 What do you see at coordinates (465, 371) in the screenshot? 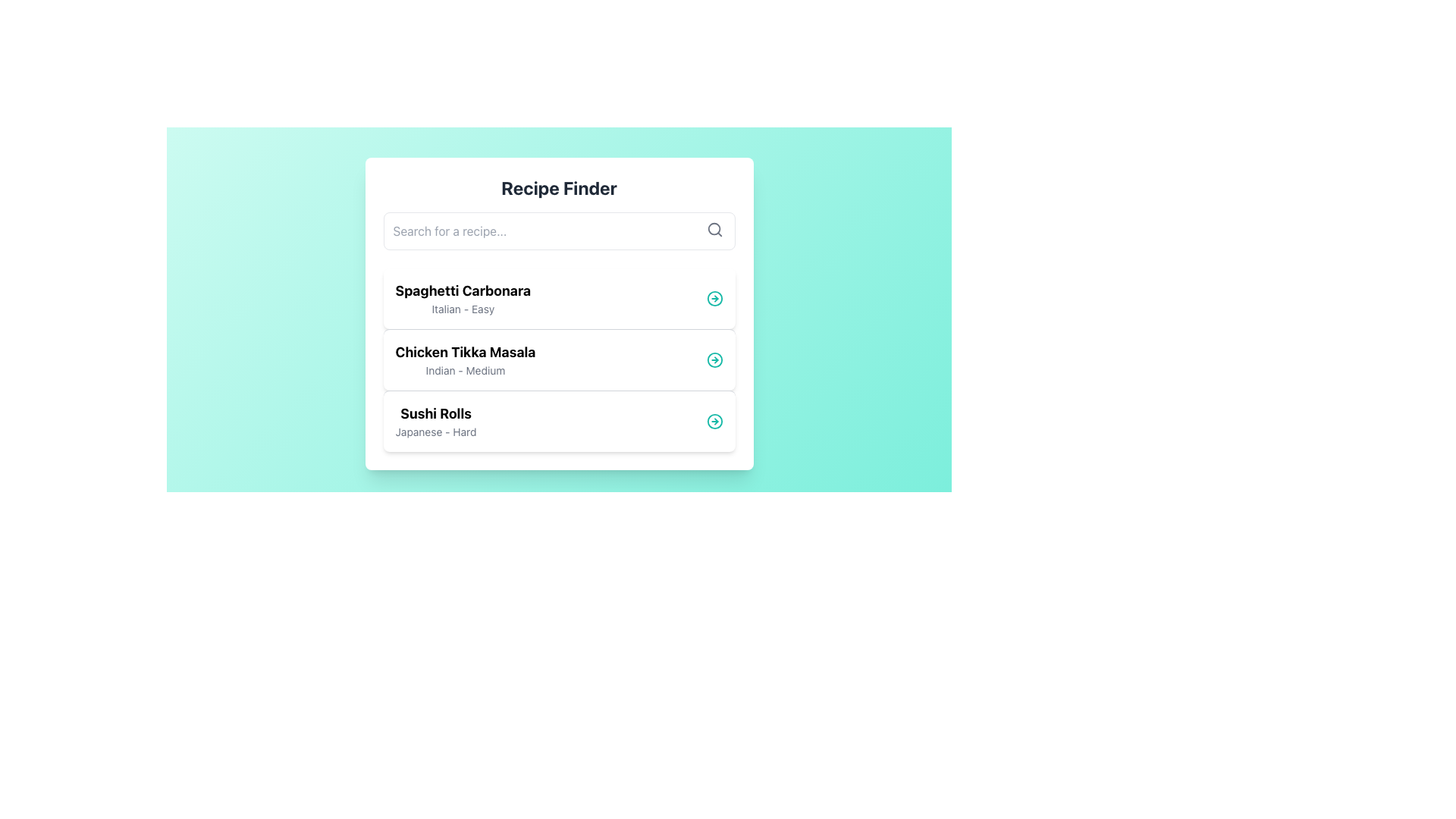
I see `the text label beneath the title 'Chicken Tikka Masala' in the 'Recipe Finder' interface` at bounding box center [465, 371].